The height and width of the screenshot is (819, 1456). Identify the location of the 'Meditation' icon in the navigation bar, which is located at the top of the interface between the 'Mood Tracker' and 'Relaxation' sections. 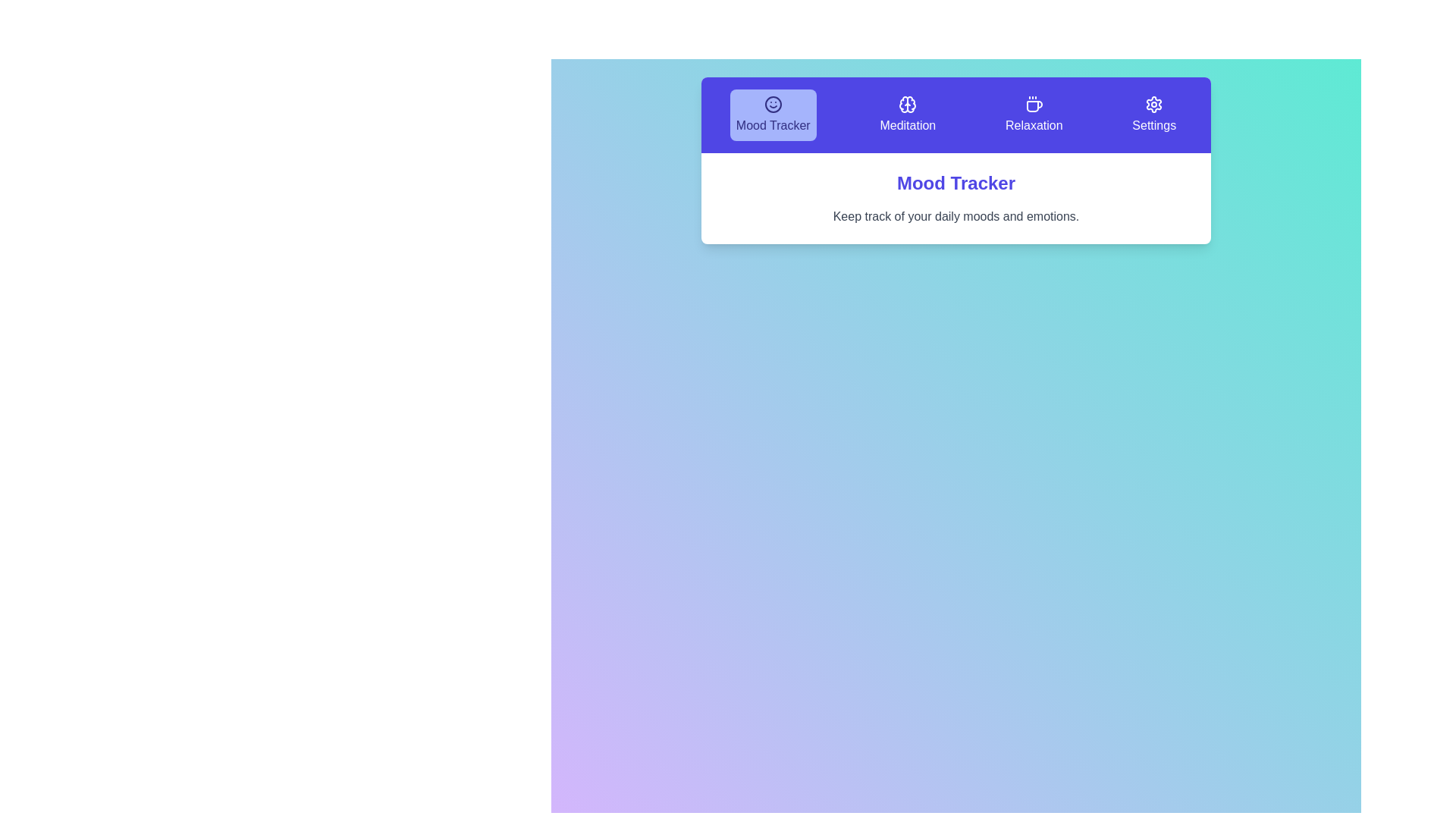
(908, 104).